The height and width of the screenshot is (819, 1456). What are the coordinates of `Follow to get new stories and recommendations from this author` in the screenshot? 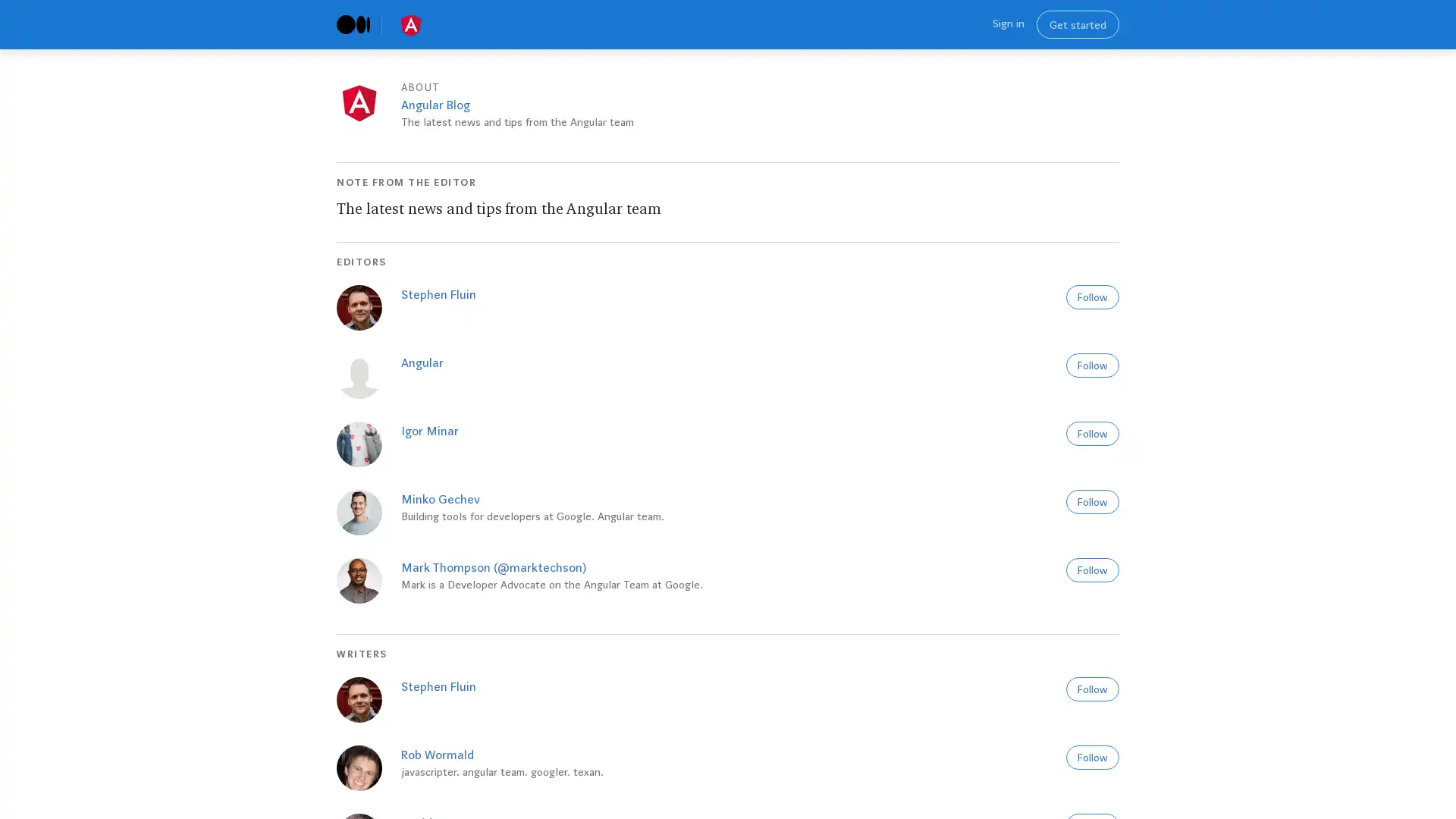 It's located at (1092, 365).